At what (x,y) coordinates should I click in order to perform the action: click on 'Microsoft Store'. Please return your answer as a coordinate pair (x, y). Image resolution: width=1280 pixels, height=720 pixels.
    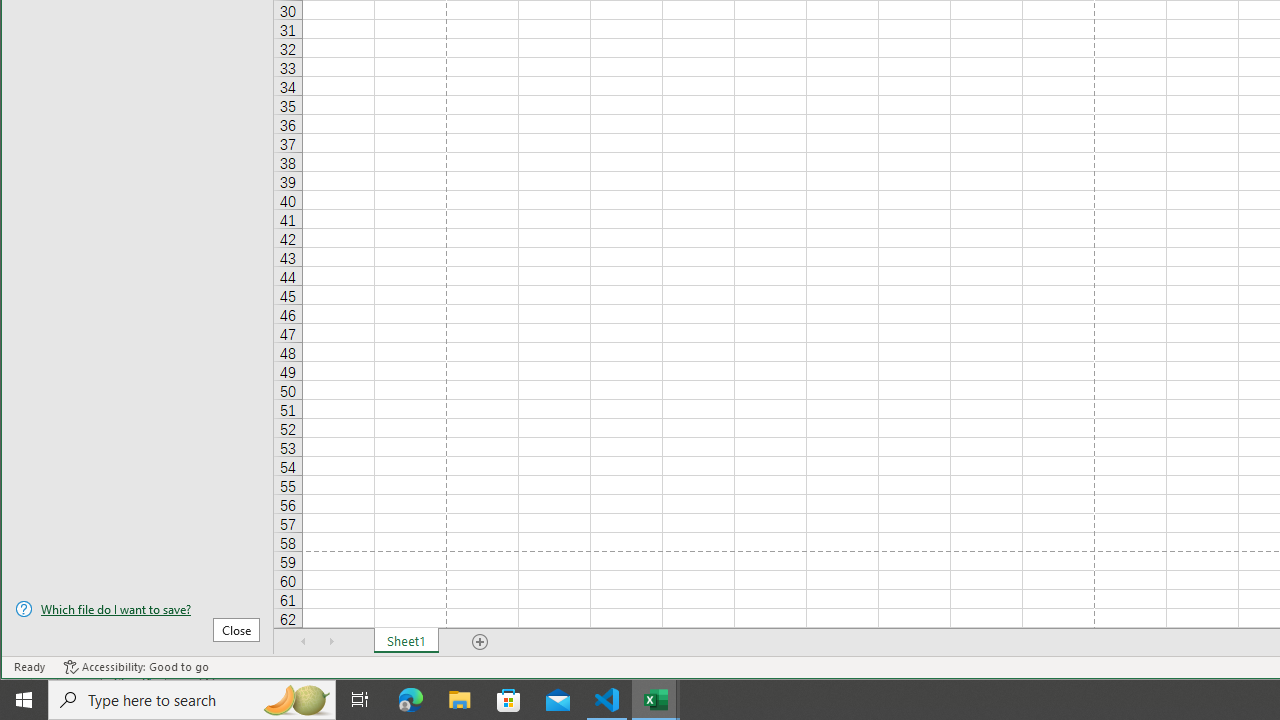
    Looking at the image, I should click on (509, 698).